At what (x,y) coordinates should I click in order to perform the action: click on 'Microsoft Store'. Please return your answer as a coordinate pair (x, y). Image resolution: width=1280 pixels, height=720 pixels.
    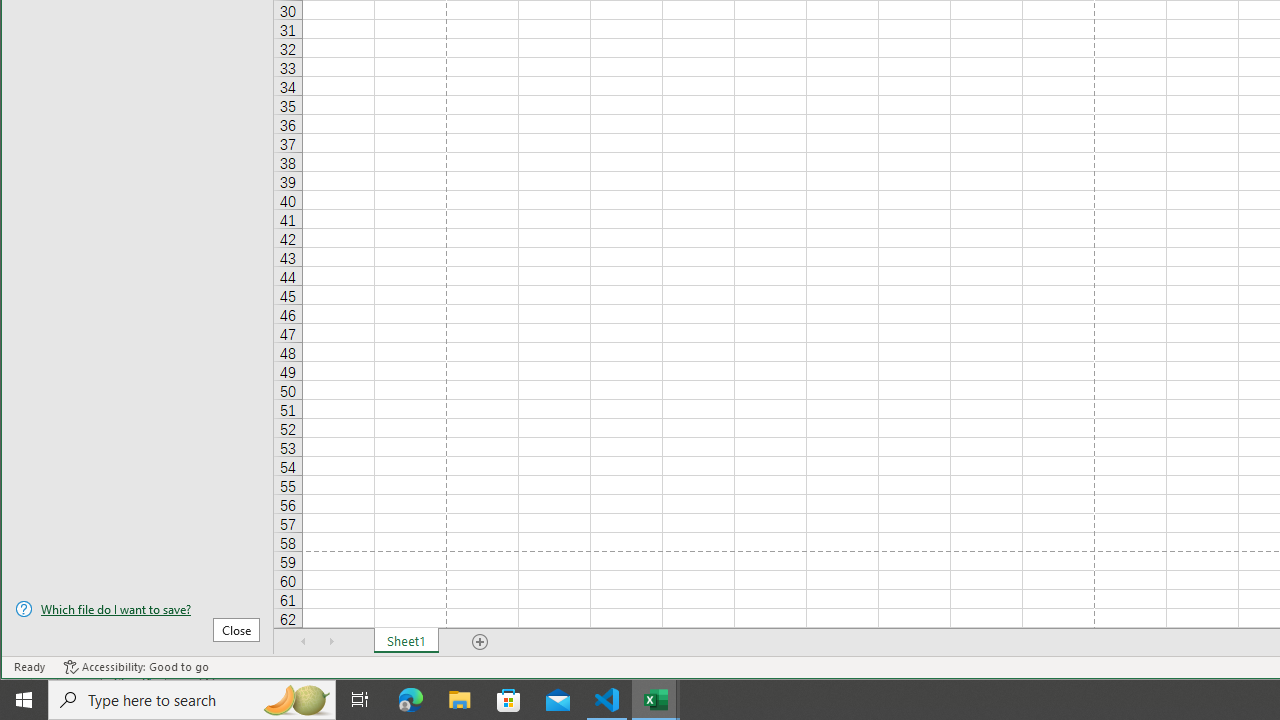
    Looking at the image, I should click on (509, 698).